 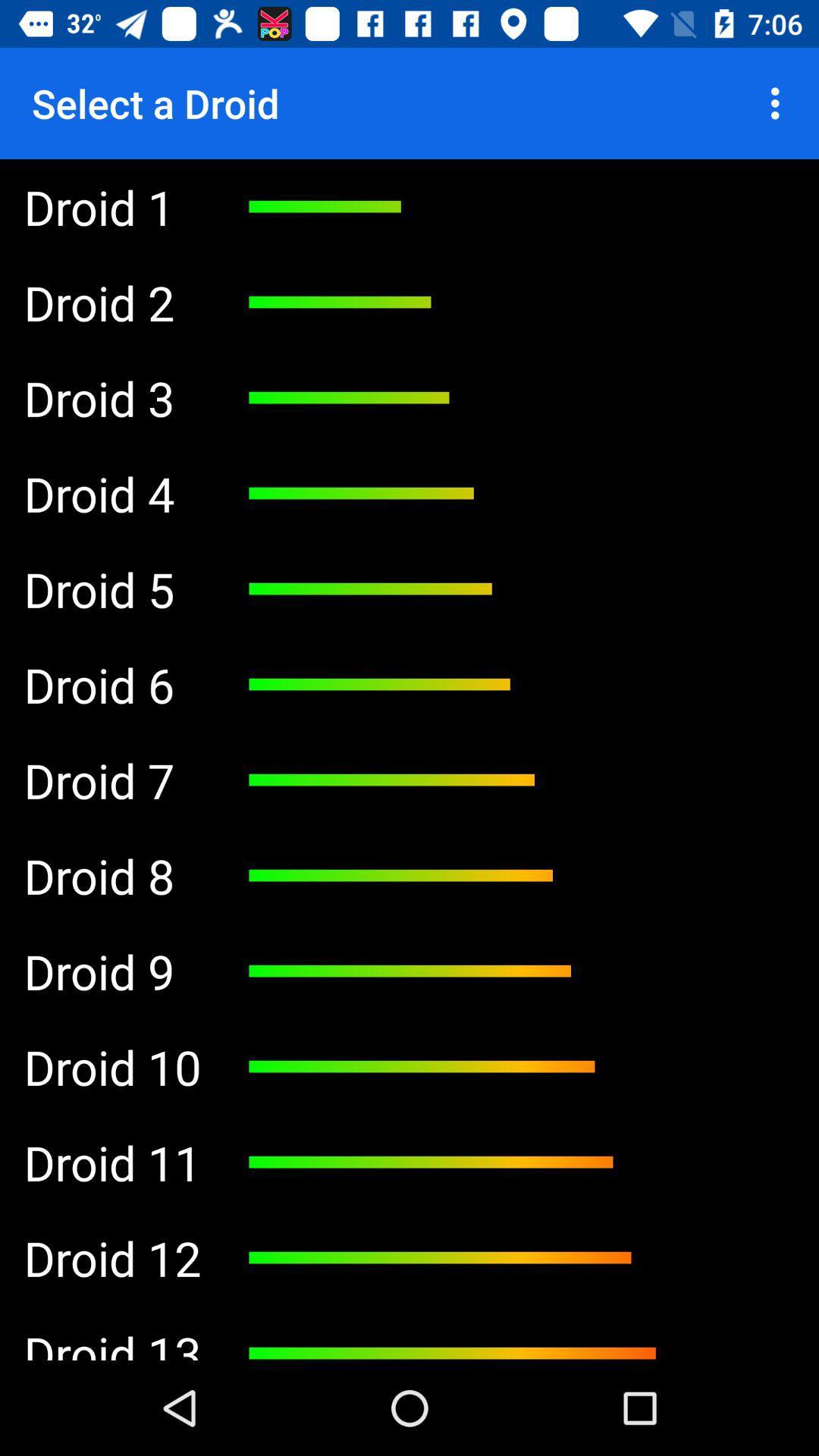 What do you see at coordinates (111, 206) in the screenshot?
I see `the item below select a droid app` at bounding box center [111, 206].